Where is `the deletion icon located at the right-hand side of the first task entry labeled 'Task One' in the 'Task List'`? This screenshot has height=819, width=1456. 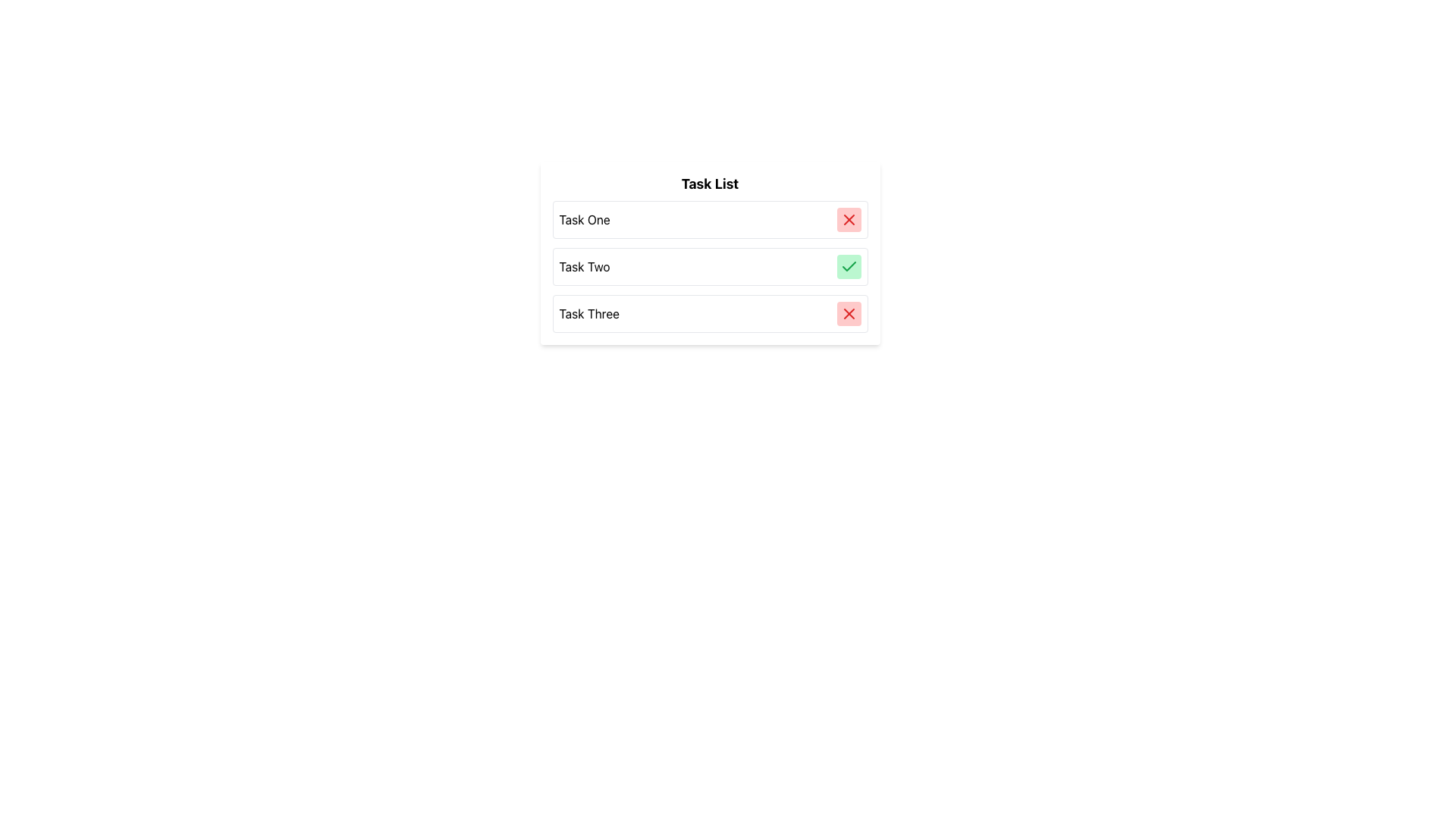 the deletion icon located at the right-hand side of the first task entry labeled 'Task One' in the 'Task List' is located at coordinates (848, 219).